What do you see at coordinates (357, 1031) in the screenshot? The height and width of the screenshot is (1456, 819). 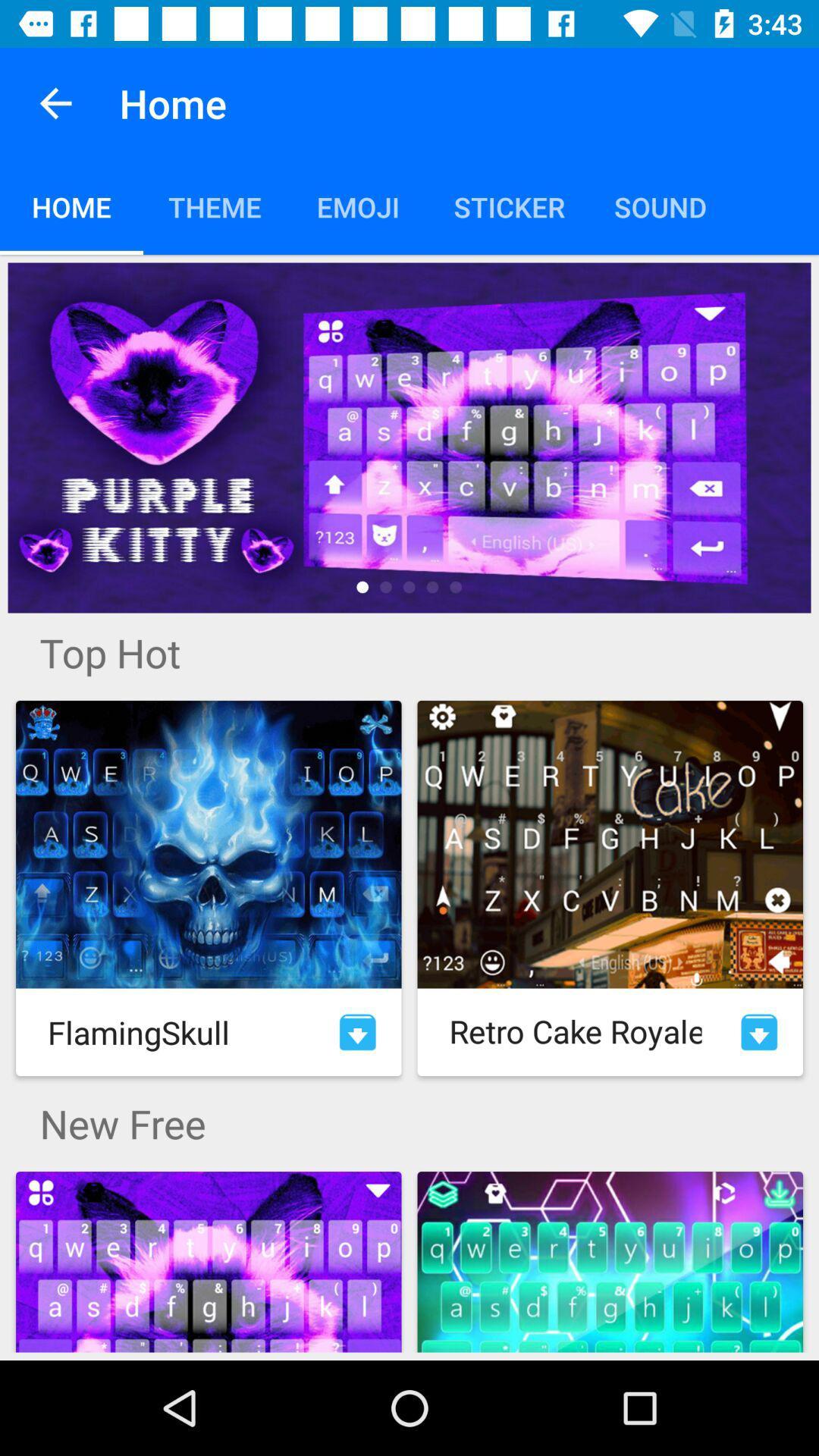 I see `to a playlist` at bounding box center [357, 1031].